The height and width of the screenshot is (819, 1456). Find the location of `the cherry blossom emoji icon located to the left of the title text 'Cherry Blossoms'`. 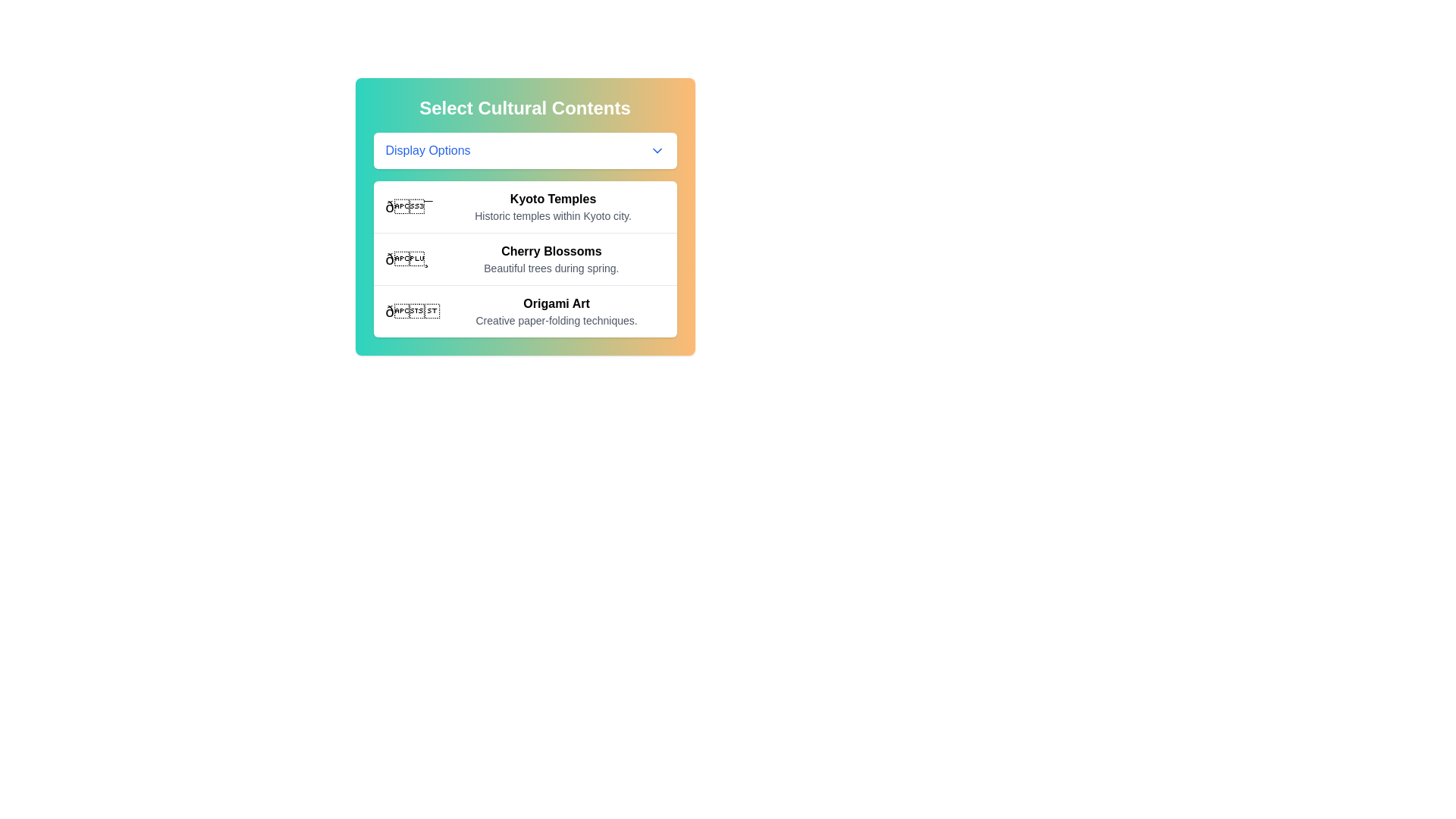

the cherry blossom emoji icon located to the left of the title text 'Cherry Blossoms' is located at coordinates (407, 259).